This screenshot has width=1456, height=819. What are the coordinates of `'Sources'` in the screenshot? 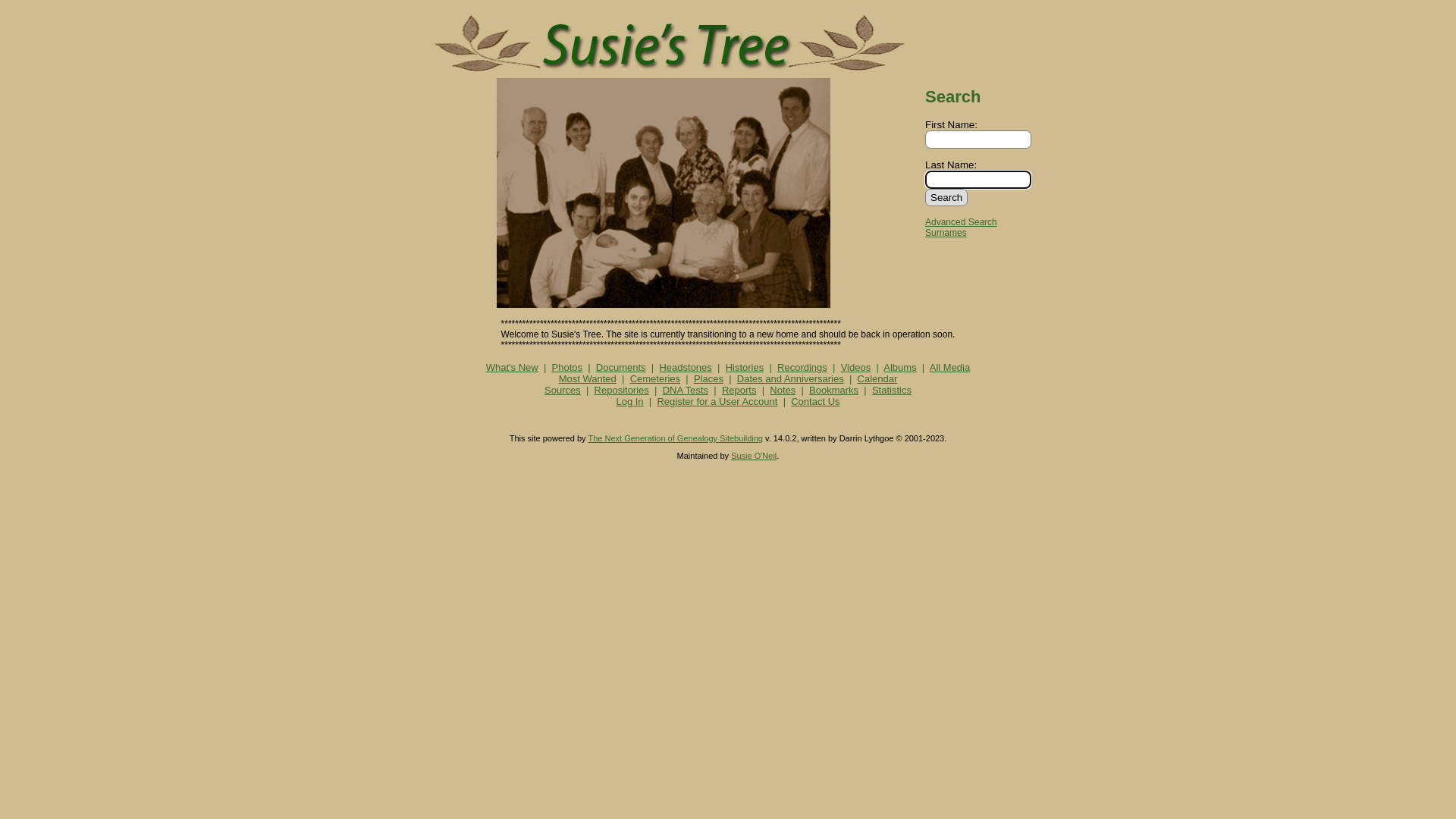 It's located at (562, 389).